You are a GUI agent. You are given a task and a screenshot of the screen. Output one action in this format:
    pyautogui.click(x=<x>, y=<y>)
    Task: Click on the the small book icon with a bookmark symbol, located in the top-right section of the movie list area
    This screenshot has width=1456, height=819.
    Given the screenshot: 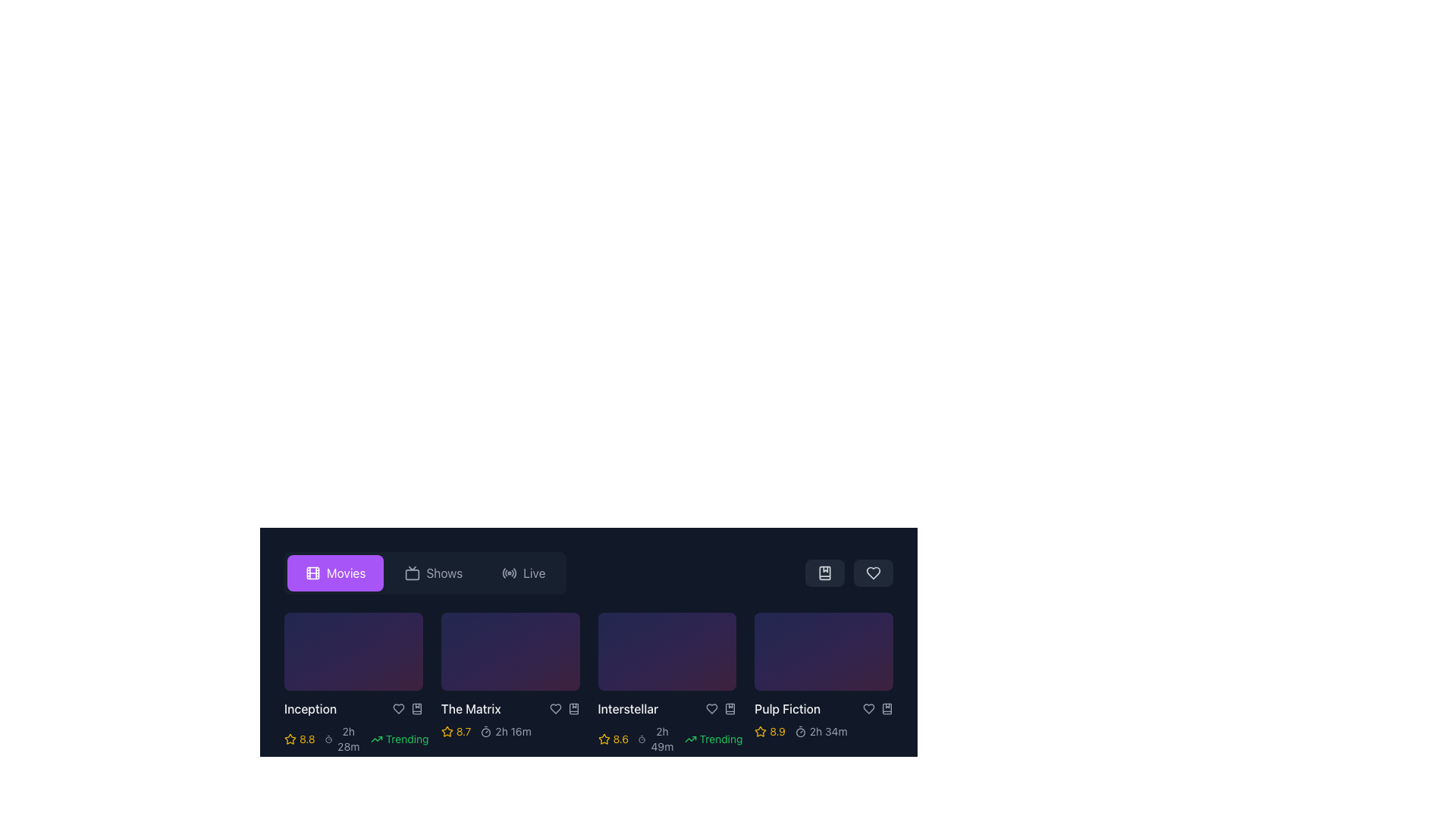 What is the action you would take?
    pyautogui.click(x=824, y=573)
    